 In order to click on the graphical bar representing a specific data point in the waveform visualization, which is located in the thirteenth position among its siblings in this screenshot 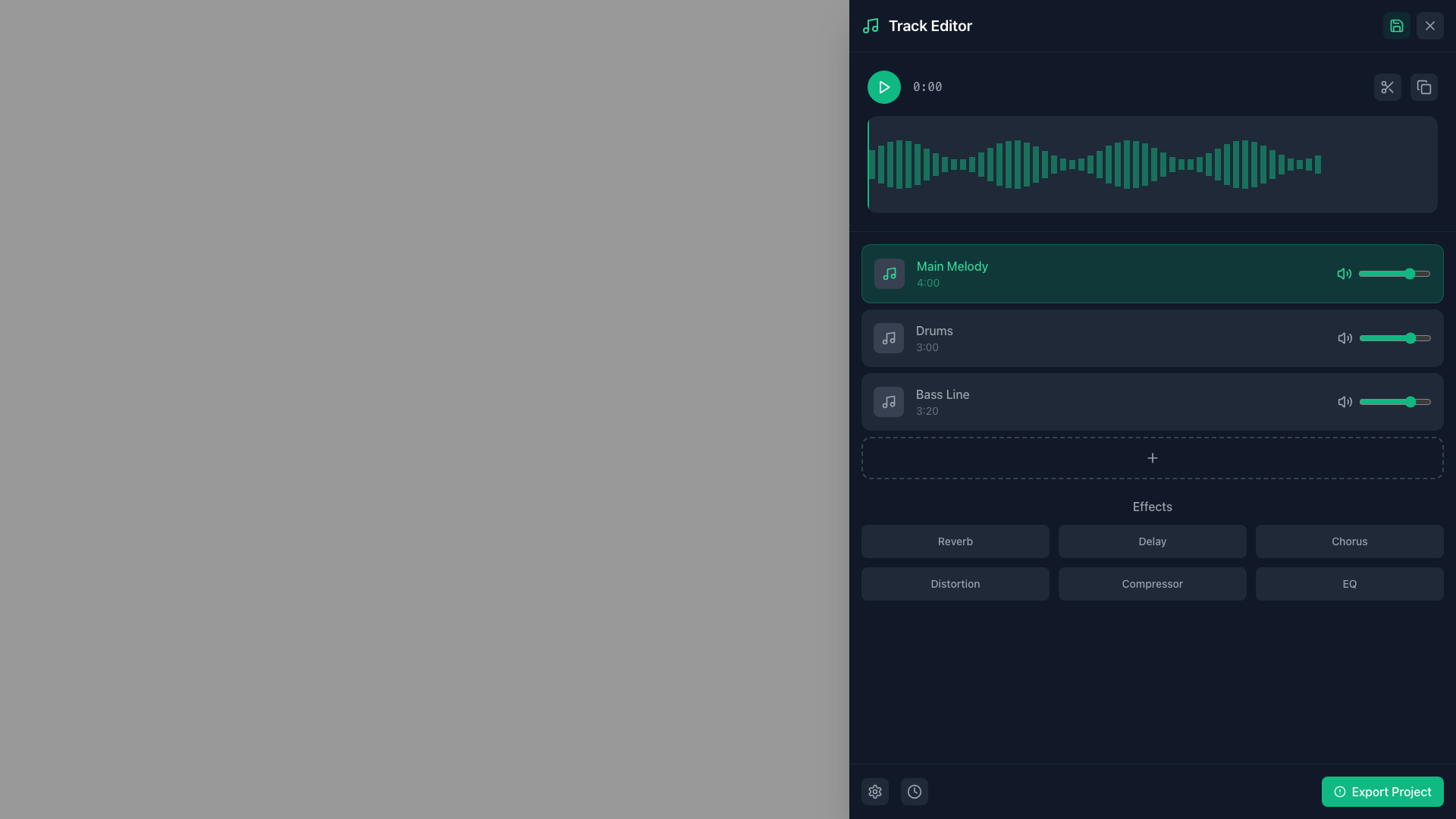, I will do `click(981, 164)`.